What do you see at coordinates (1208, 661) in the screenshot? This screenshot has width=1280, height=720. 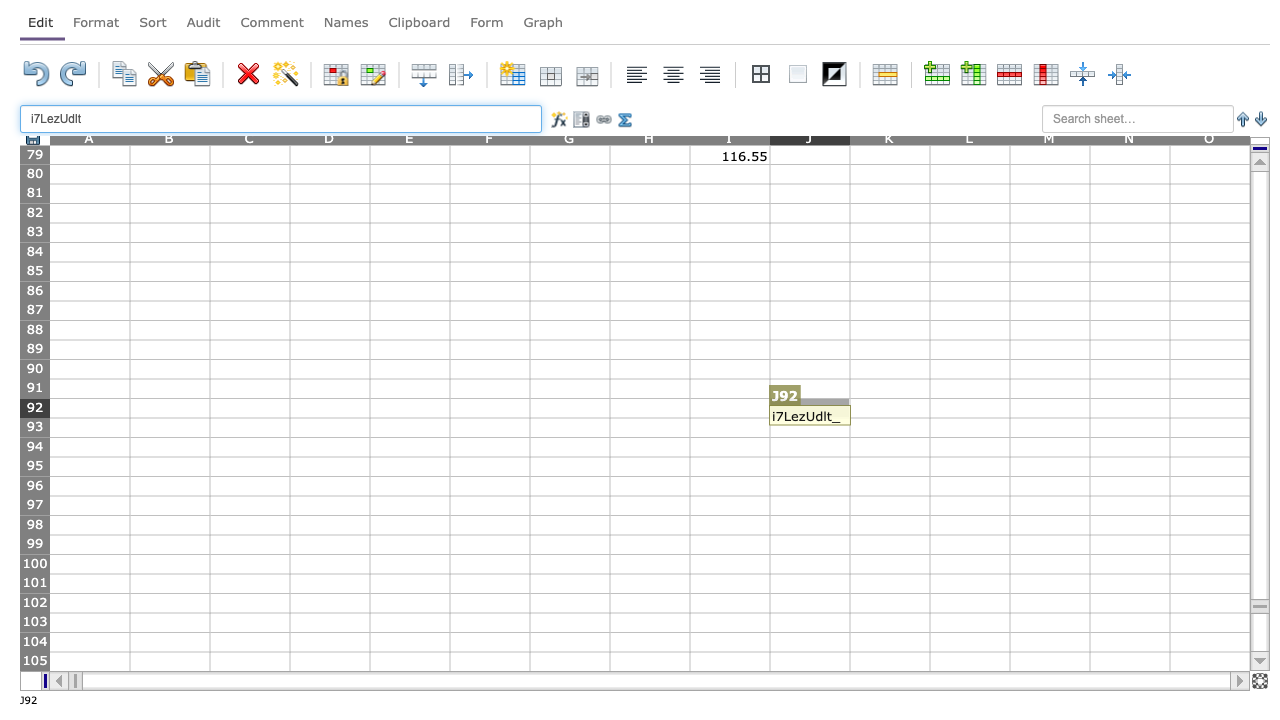 I see `column O row 105` at bounding box center [1208, 661].